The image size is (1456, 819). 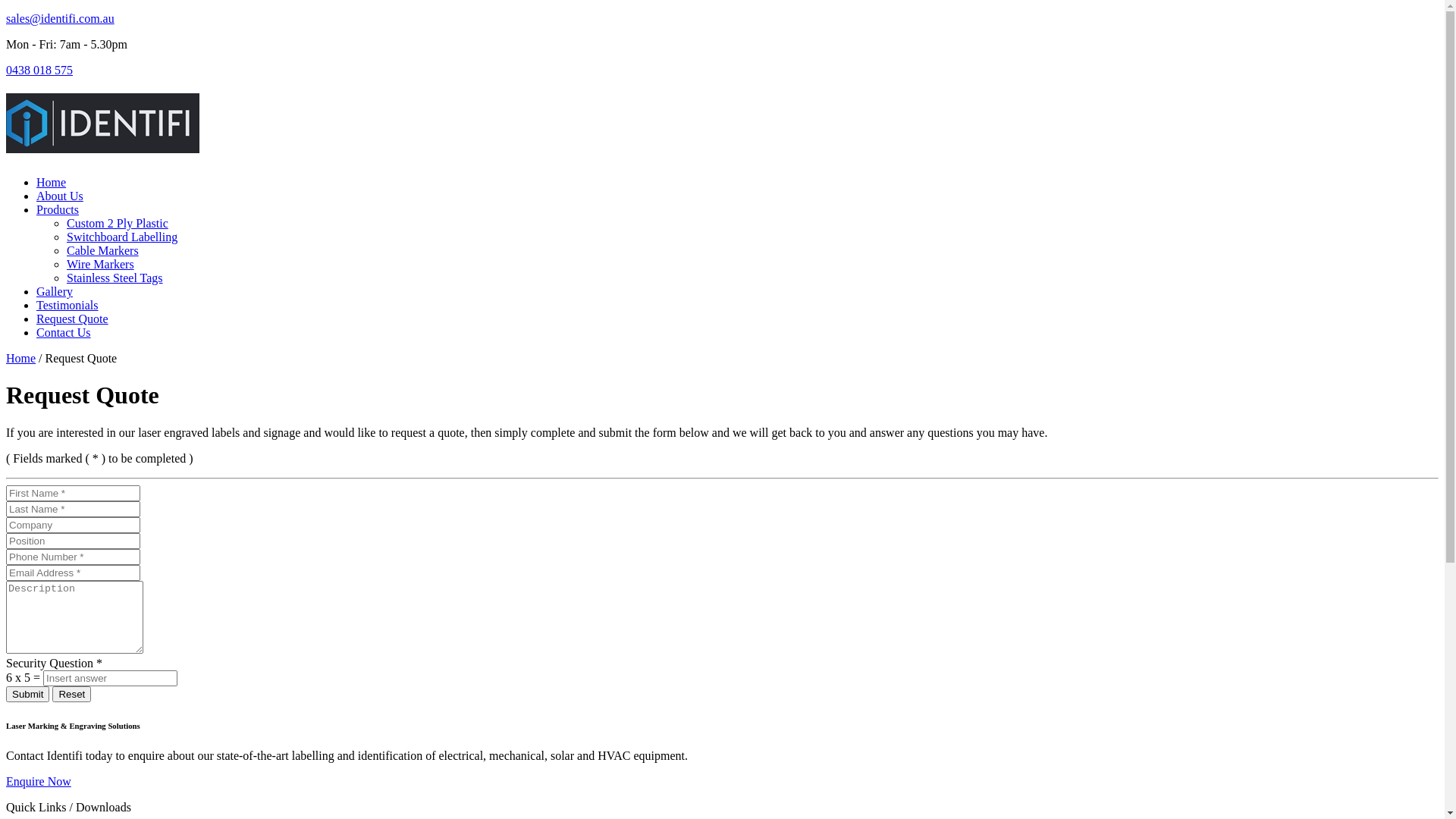 What do you see at coordinates (39, 70) in the screenshot?
I see `'0438 018 575'` at bounding box center [39, 70].